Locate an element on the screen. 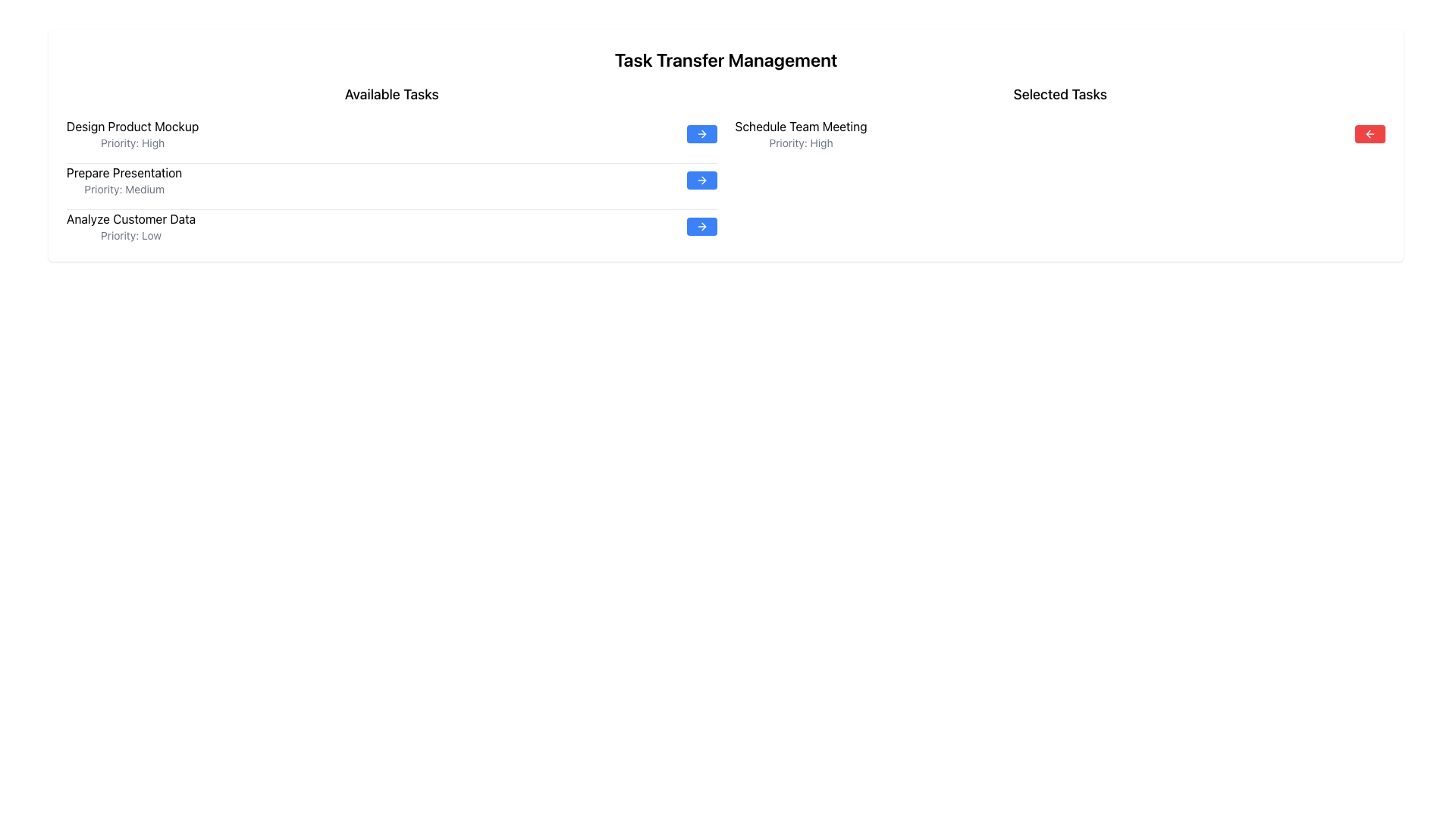 This screenshot has width=1456, height=819. the rightward arrow icon within the blue button on the right side of the 'Schedule Team Meeting' task row in the 'Available Tasks' section to initiate task transfer is located at coordinates (701, 133).